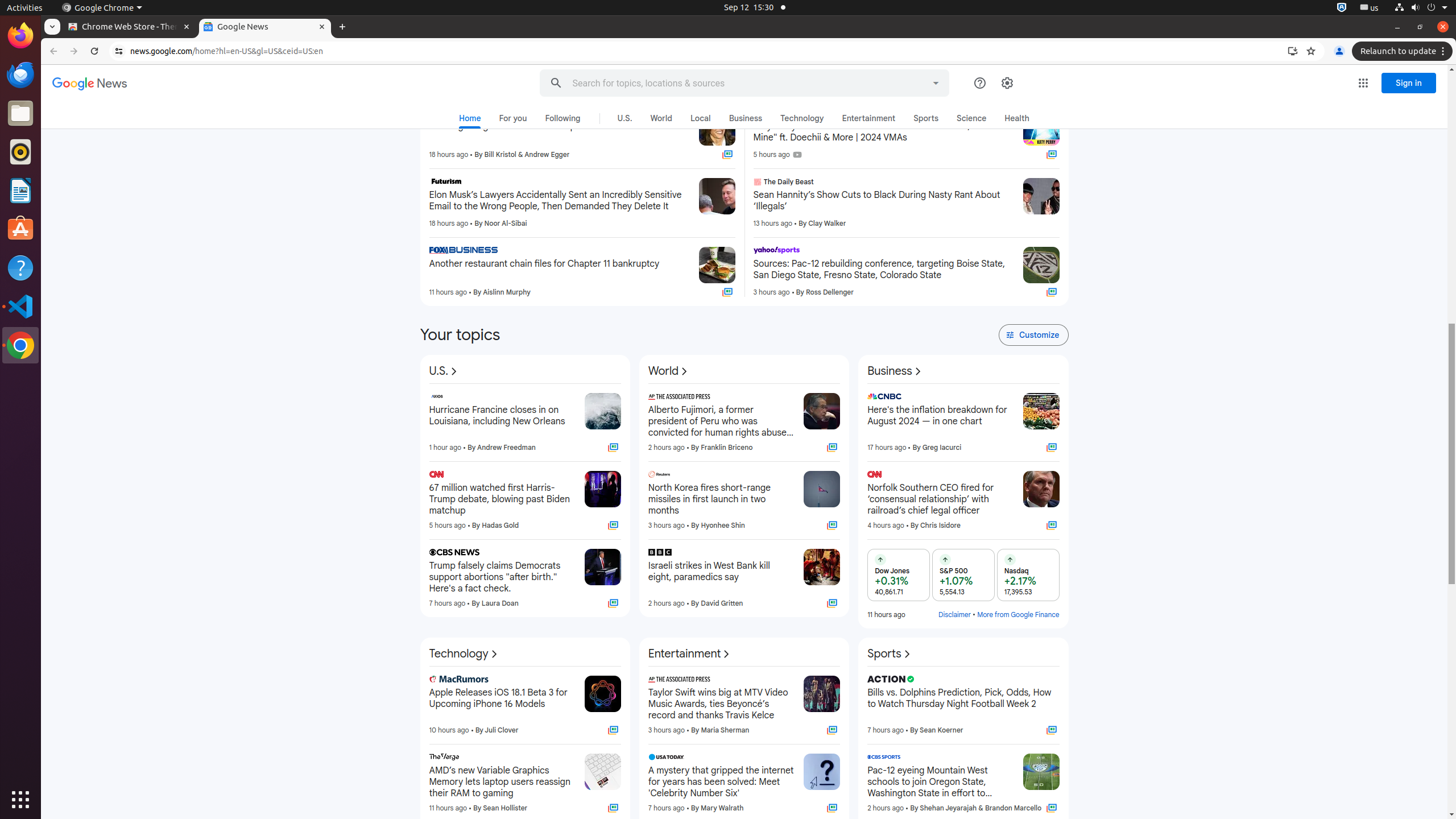 This screenshot has height=819, width=1456. I want to click on 'Show Applications', so click(20, 799).